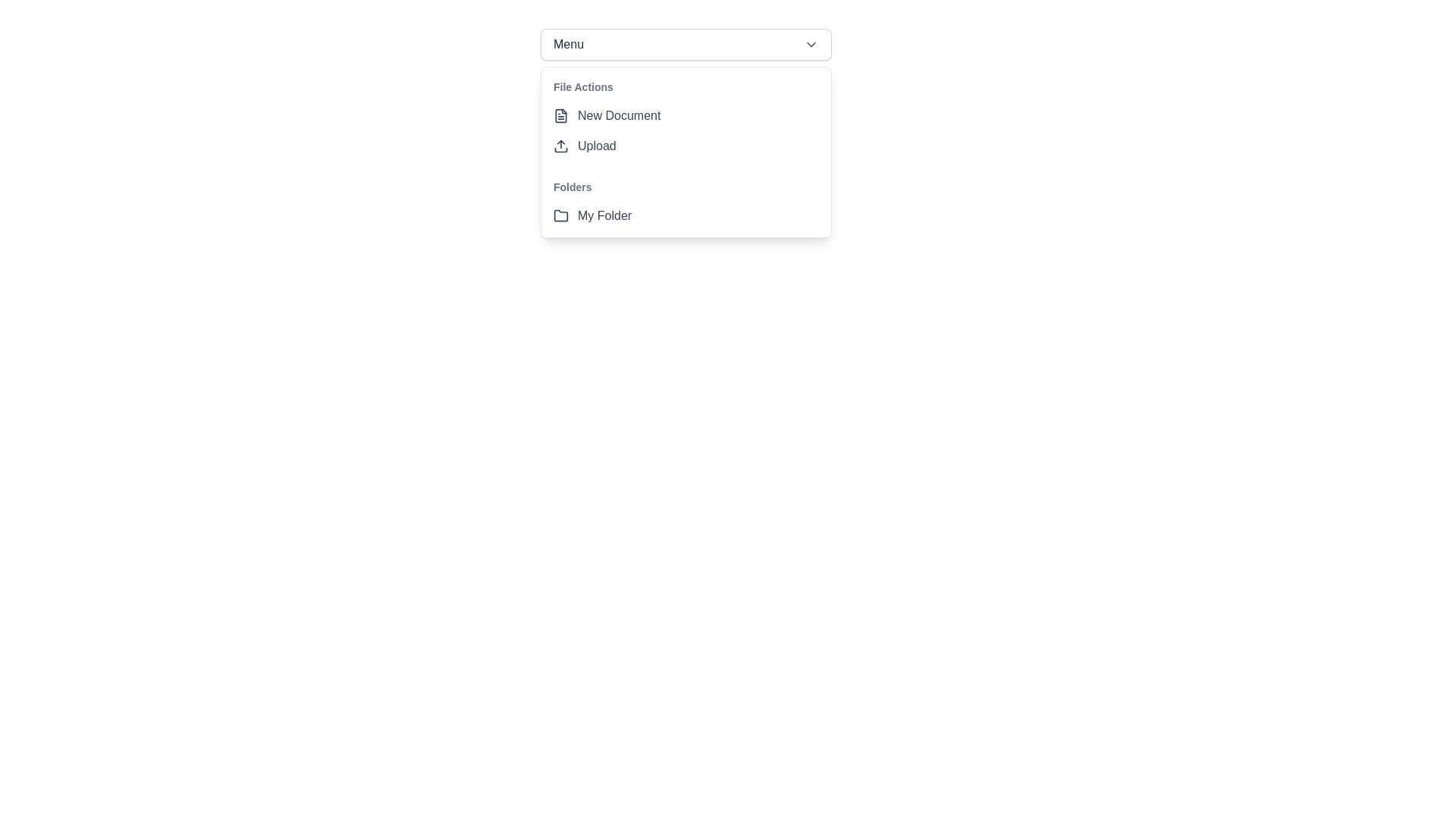 The height and width of the screenshot is (819, 1456). I want to click on the outlined folder icon located in the 'My Folder' row of the dropdown list, so click(560, 216).